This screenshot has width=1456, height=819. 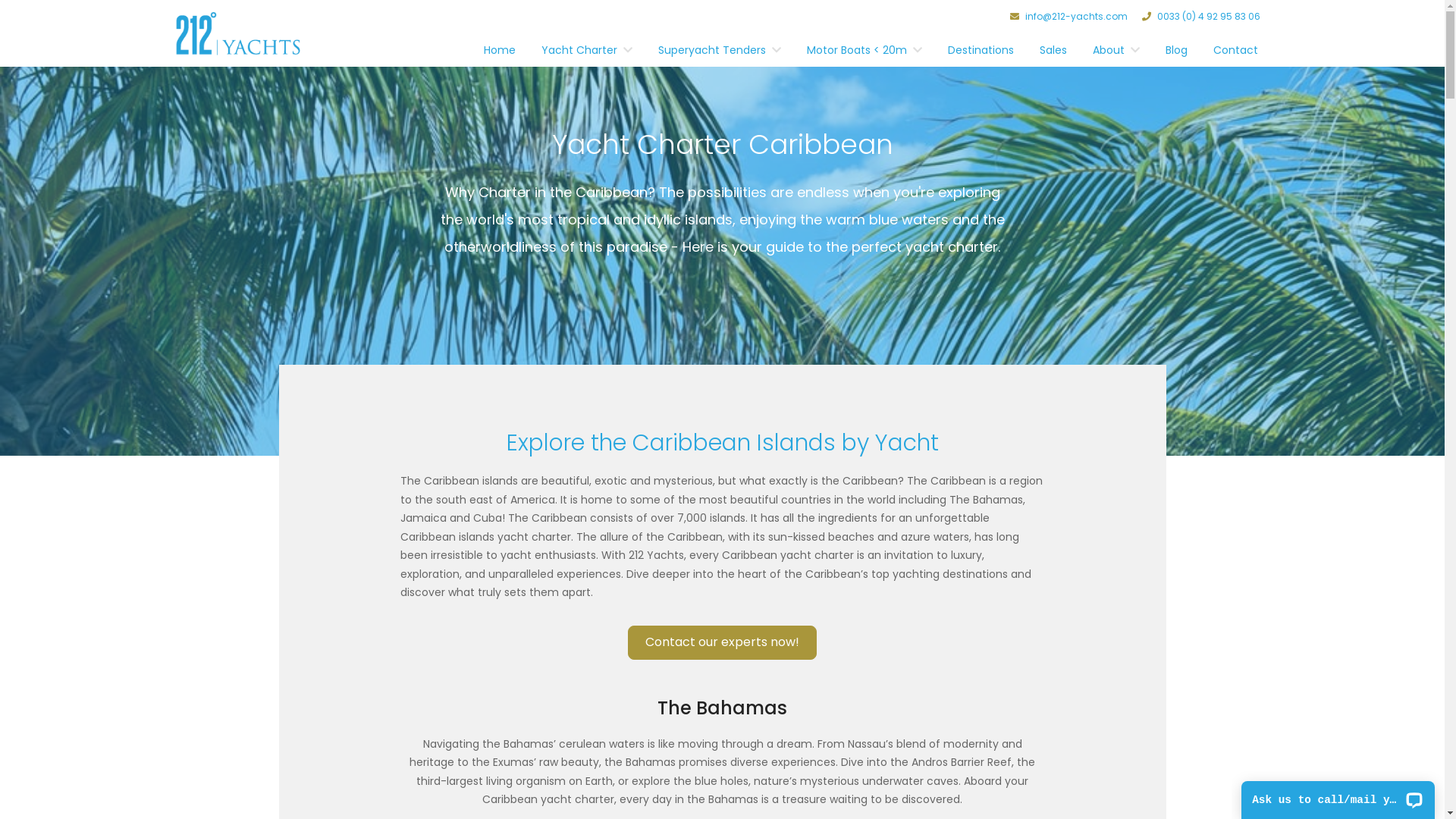 What do you see at coordinates (1200, 16) in the screenshot?
I see `'0033 (0) 4 92 95 83 06'` at bounding box center [1200, 16].